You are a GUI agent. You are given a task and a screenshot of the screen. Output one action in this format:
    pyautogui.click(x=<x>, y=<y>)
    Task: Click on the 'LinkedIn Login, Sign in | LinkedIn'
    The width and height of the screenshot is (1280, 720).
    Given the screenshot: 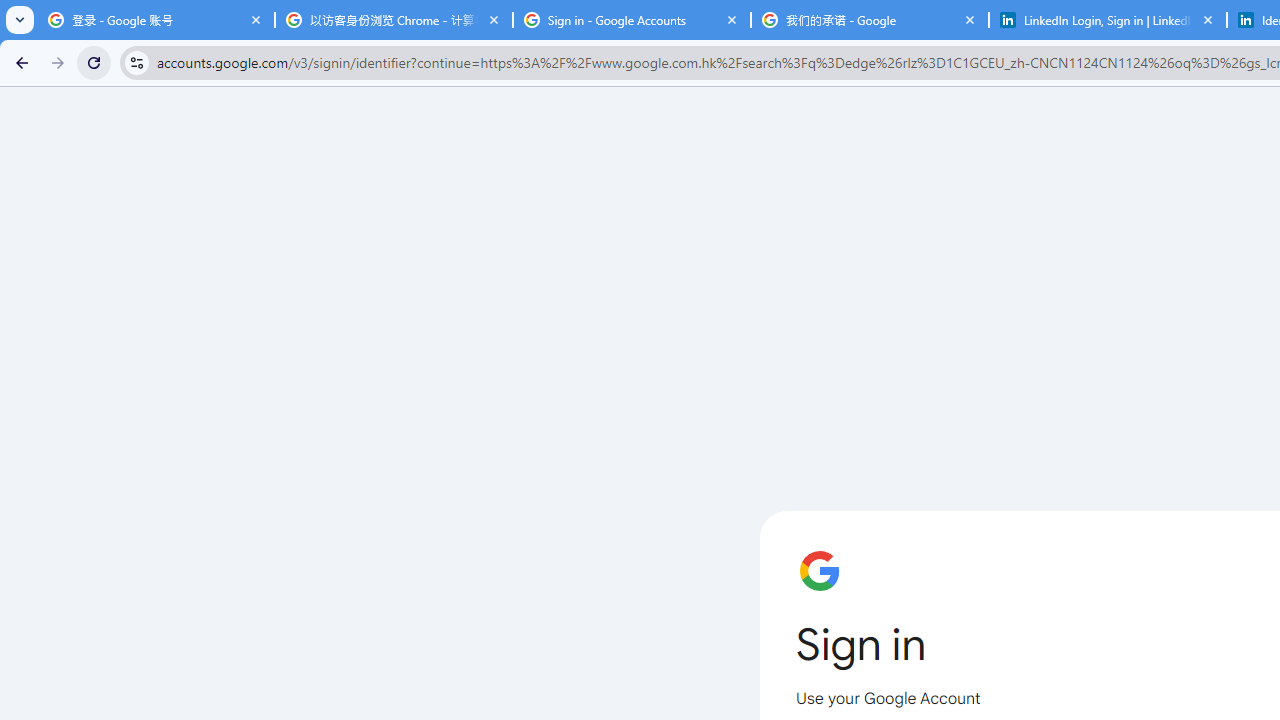 What is the action you would take?
    pyautogui.click(x=1107, y=20)
    